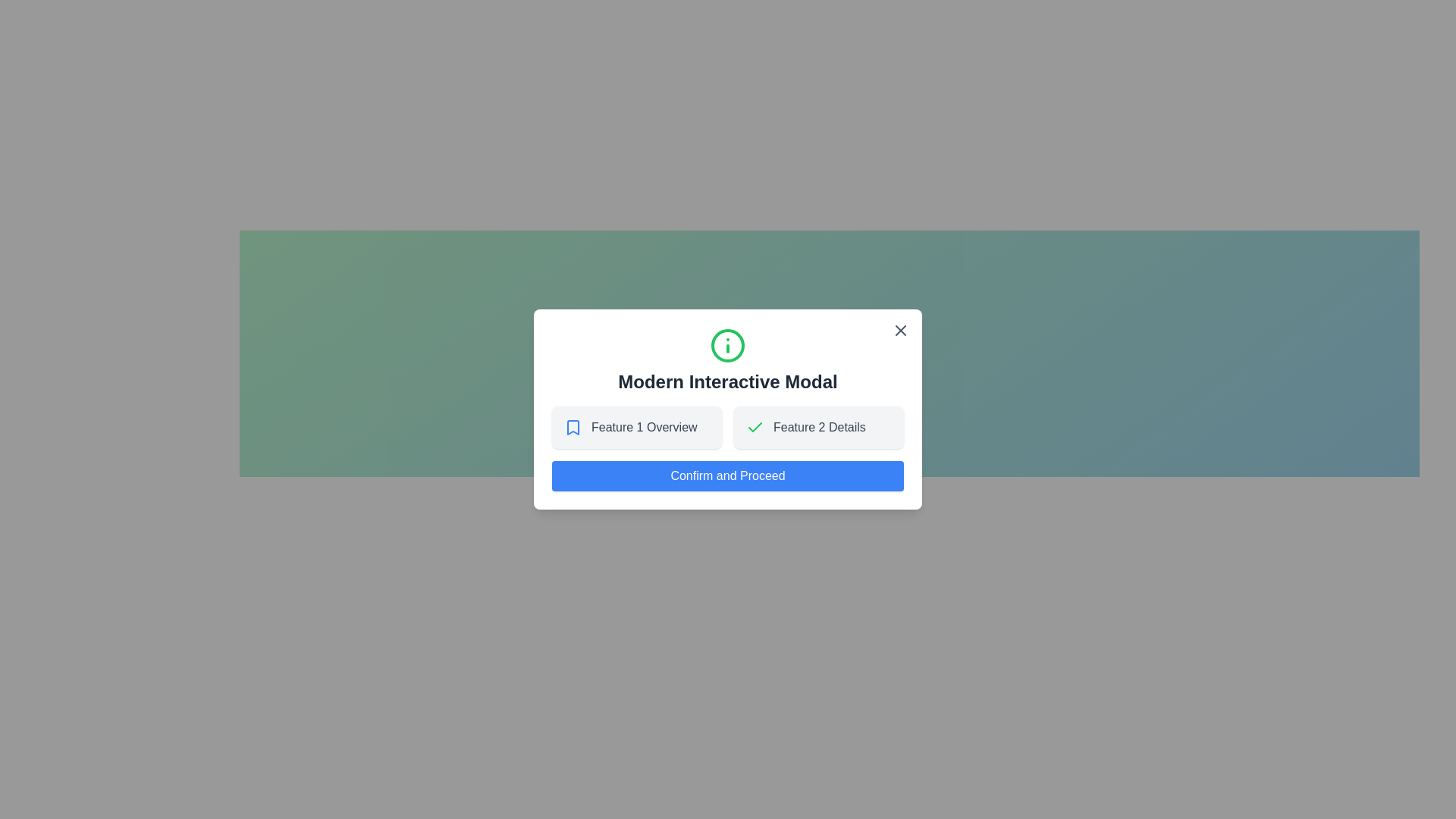 The width and height of the screenshot is (1456, 819). What do you see at coordinates (901, 329) in the screenshot?
I see `the close button located at the top-right corner of the 'Modern Interactive Modal'` at bounding box center [901, 329].